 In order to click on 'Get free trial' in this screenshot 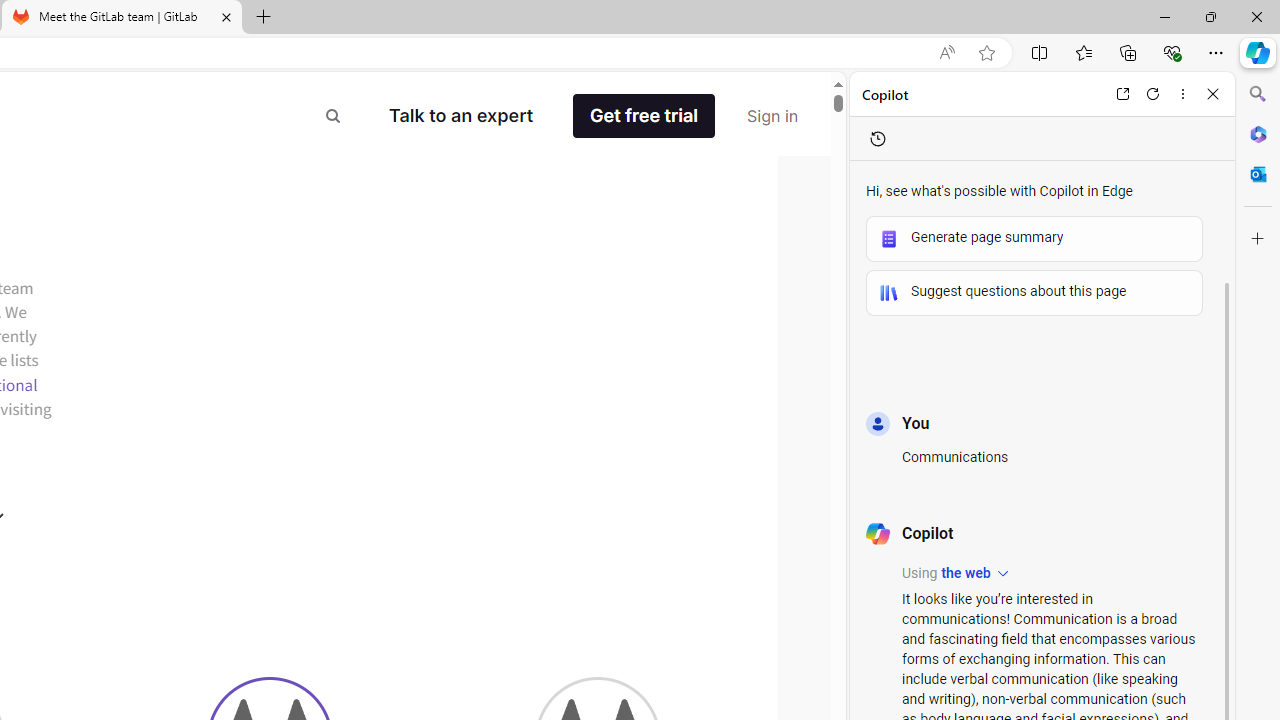, I will do `click(644, 116)`.